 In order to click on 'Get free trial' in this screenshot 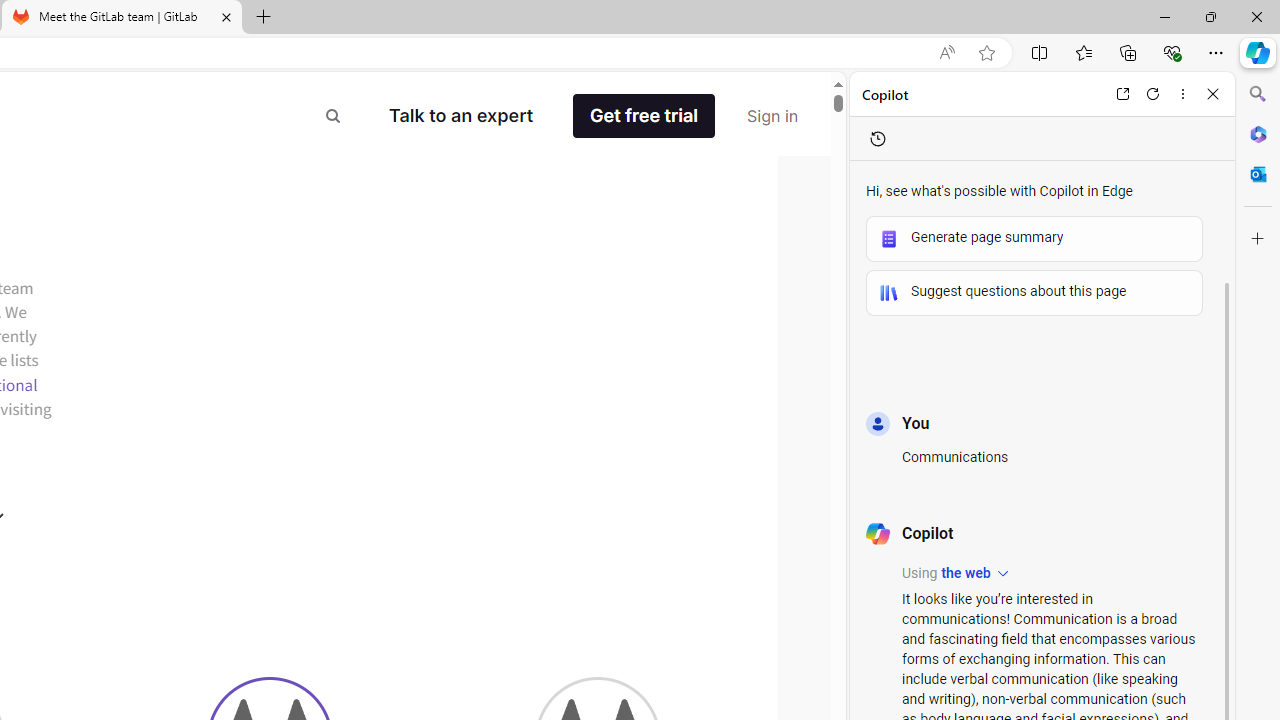, I will do `click(644, 116)`.